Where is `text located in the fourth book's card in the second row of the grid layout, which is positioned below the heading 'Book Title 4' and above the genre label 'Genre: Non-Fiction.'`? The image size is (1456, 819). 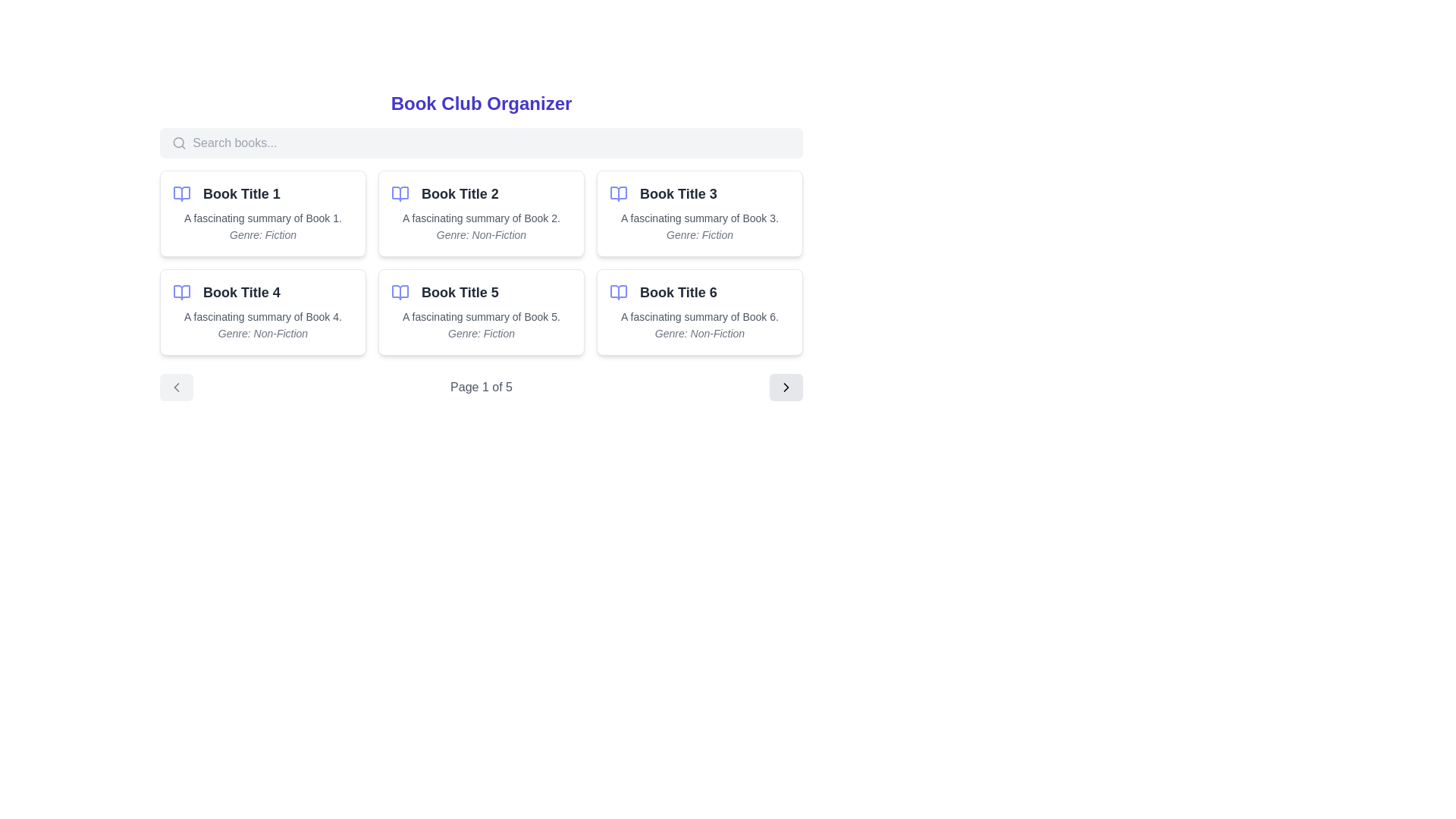
text located in the fourth book's card in the second row of the grid layout, which is positioned below the heading 'Book Title 4' and above the genre label 'Genre: Non-Fiction.' is located at coordinates (262, 315).